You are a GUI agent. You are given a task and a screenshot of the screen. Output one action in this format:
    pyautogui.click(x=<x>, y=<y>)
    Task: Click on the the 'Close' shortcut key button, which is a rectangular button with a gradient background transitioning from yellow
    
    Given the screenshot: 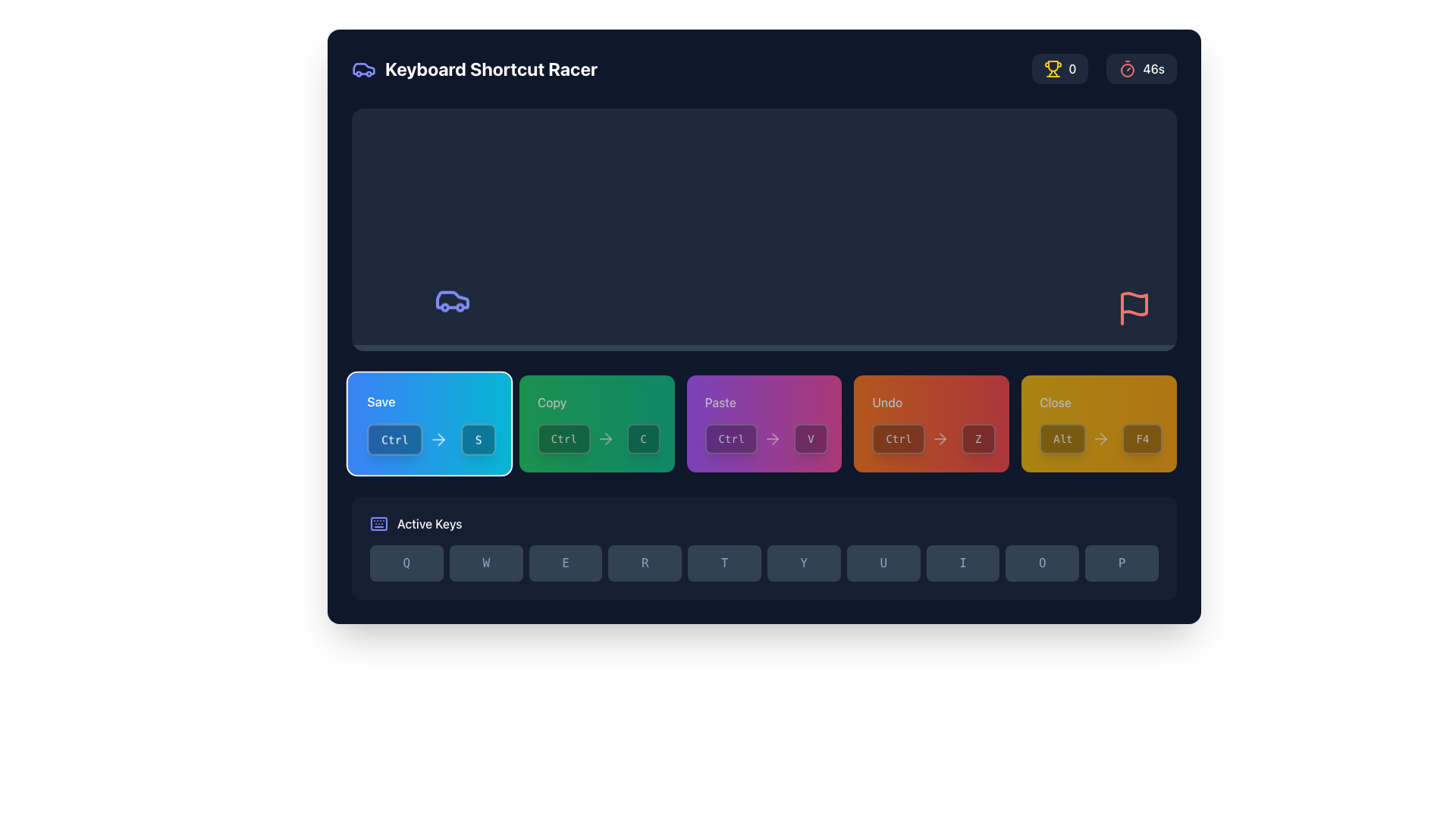 What is the action you would take?
    pyautogui.click(x=1099, y=424)
    